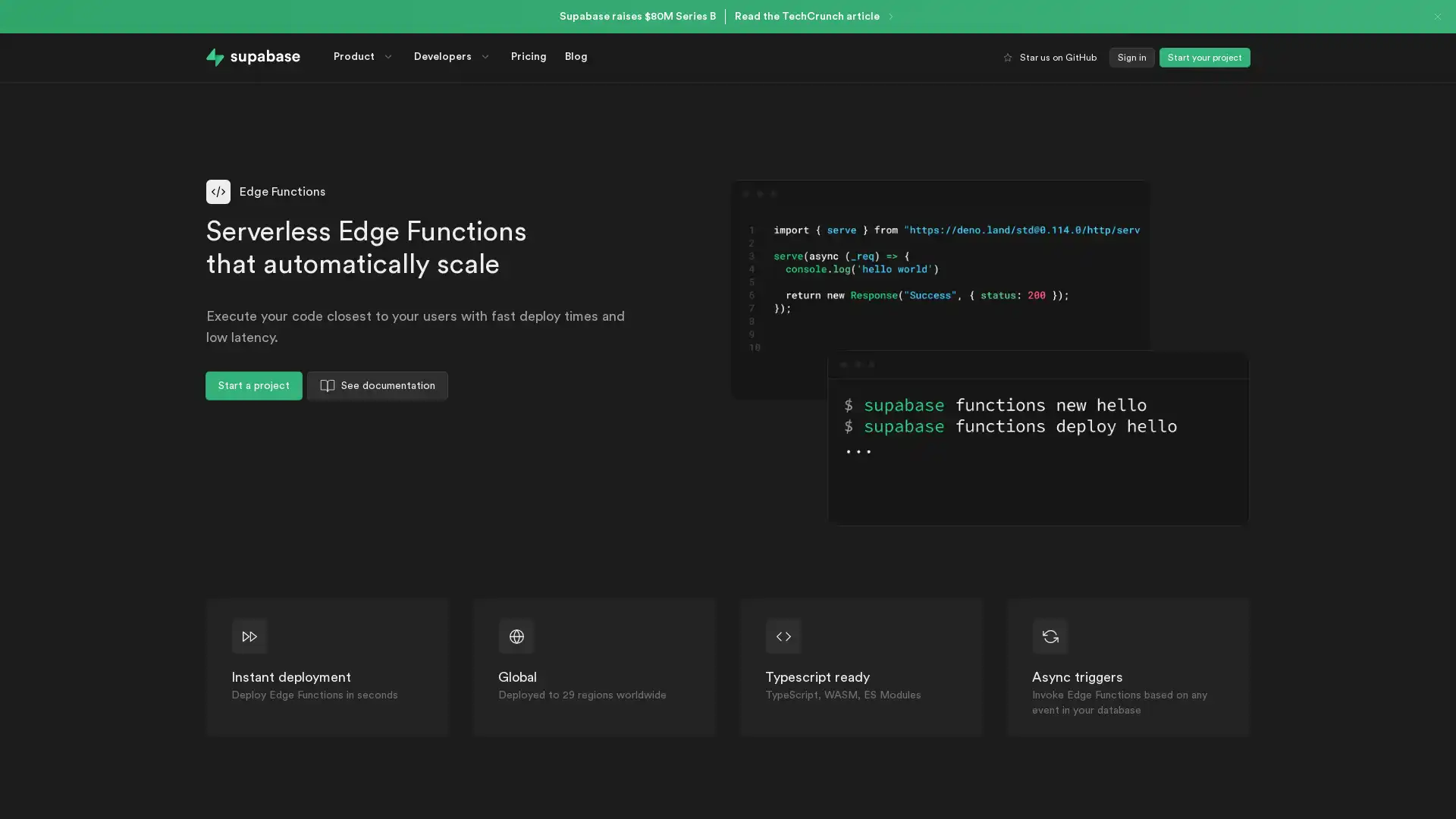  Describe the element at coordinates (1131, 57) in the screenshot. I see `Sign in` at that location.